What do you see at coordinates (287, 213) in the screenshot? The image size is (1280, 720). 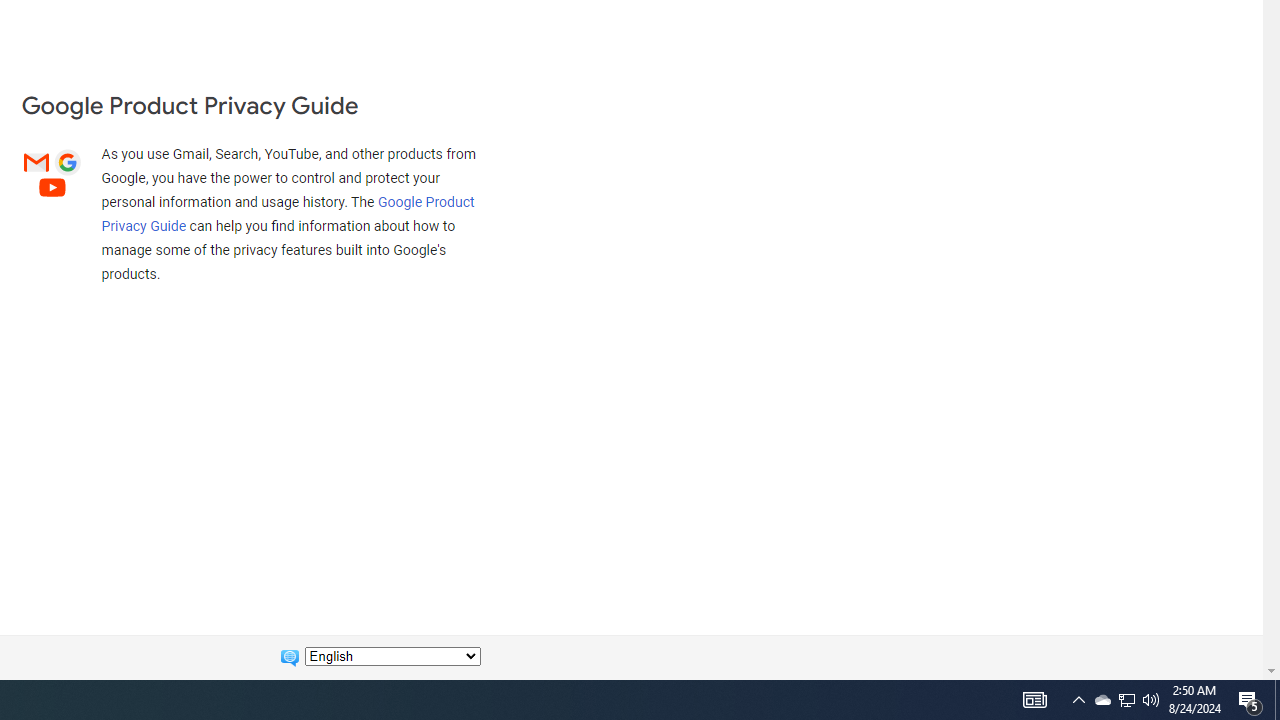 I see `'Google Product Privacy Guide'` at bounding box center [287, 213].